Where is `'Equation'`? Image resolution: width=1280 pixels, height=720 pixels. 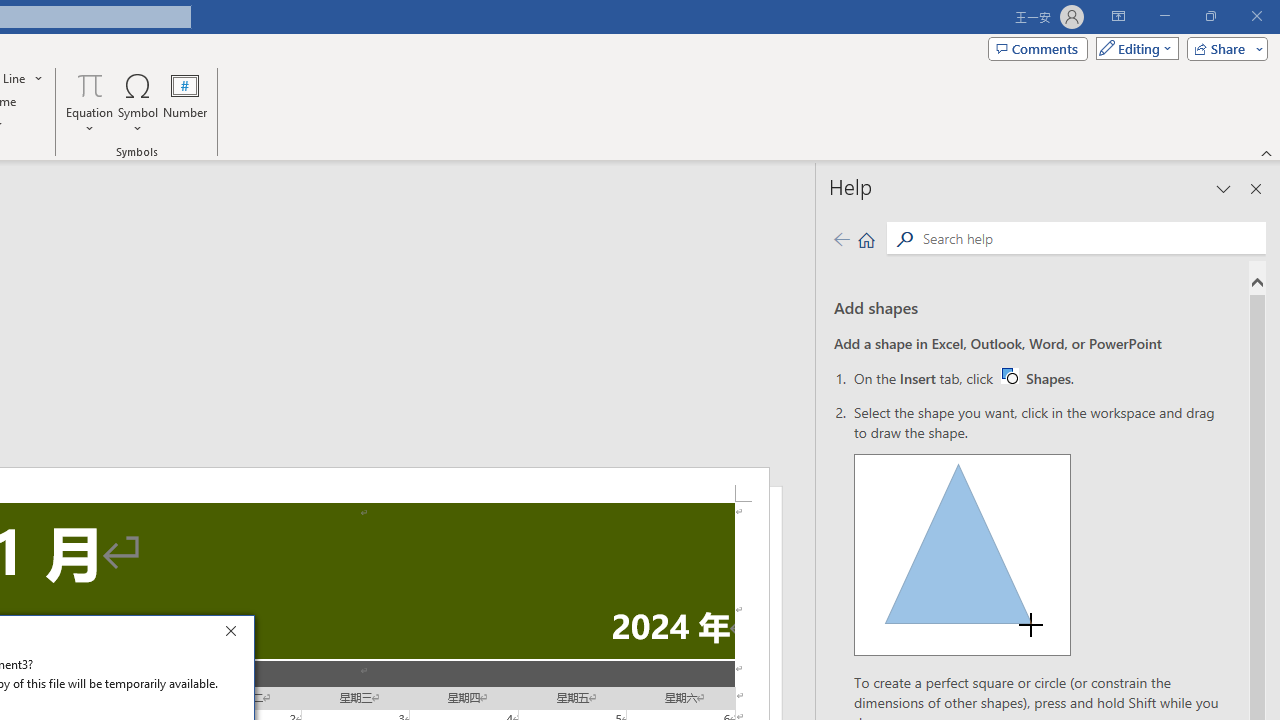
'Equation' is located at coordinates (89, 103).